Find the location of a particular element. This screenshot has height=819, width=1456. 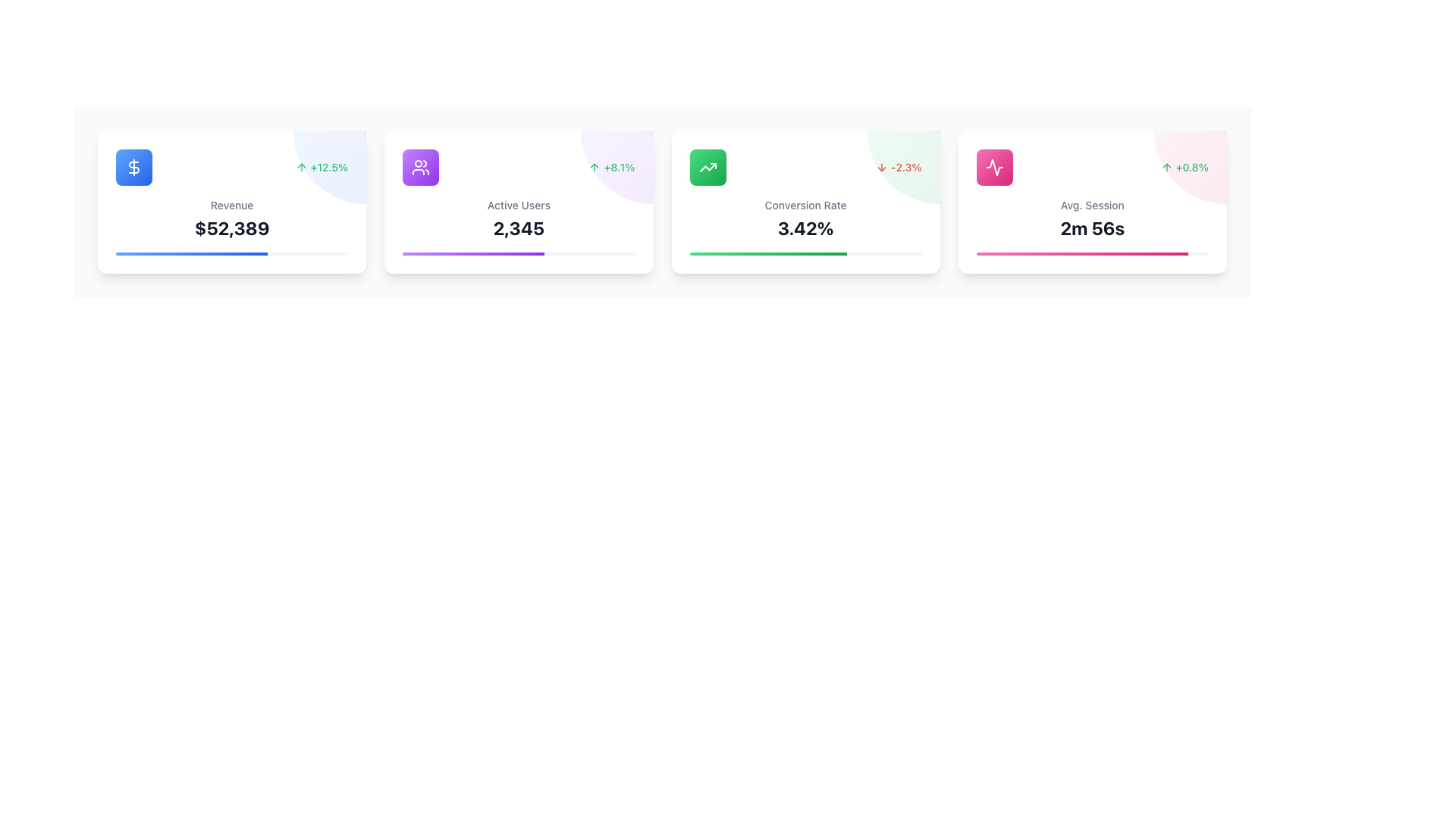

the text element that indicates a percentage increase for average session duration, located beside an upward arrow icon in the top right corner of the 'Avg. Session' card is located at coordinates (1191, 167).